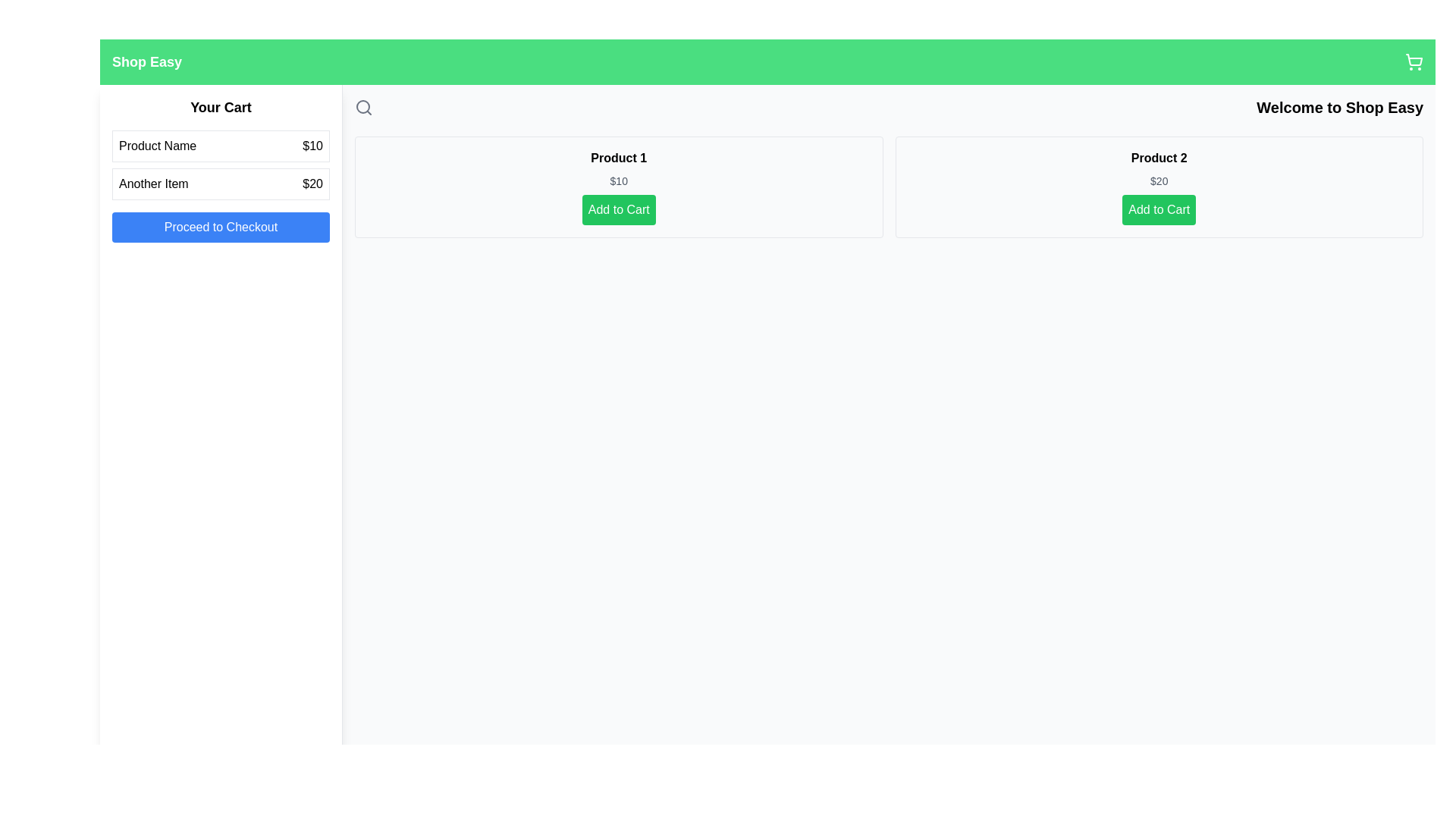 The width and height of the screenshot is (1456, 819). I want to click on and acknowledge the value of the text label displaying '$20' in black font, located in the cart section under 'Another Item', which is the second price display within the cart, so click(312, 184).